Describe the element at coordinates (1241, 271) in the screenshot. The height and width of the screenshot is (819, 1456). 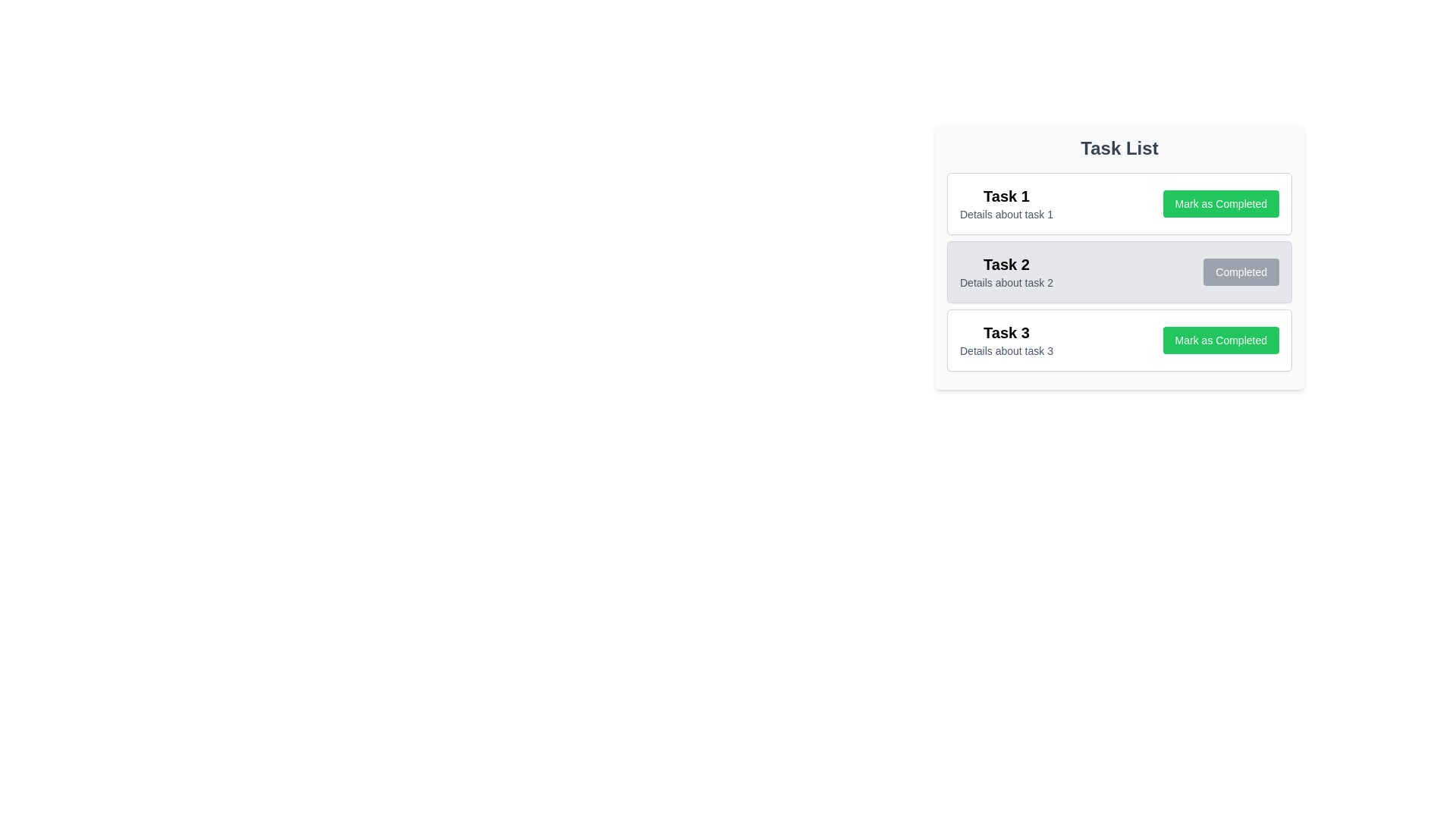
I see `the 'Completed' status button located on the right side of the gray background box for 'Task 2' in the 'Task List'` at that location.